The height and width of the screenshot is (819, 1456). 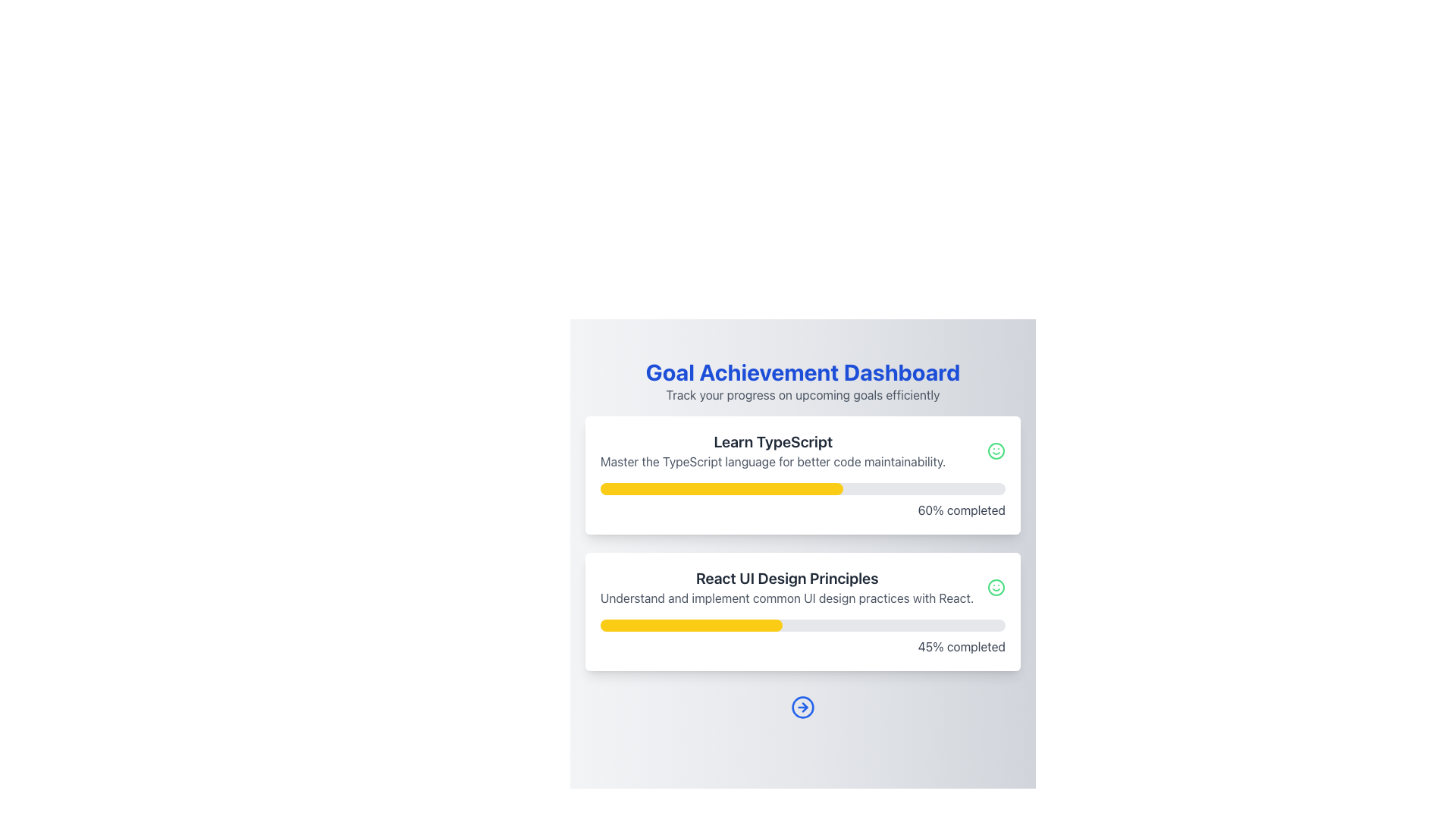 I want to click on the text label displaying 'React UI Design Principles', which serves as the title or key topic of the section, so click(x=787, y=579).